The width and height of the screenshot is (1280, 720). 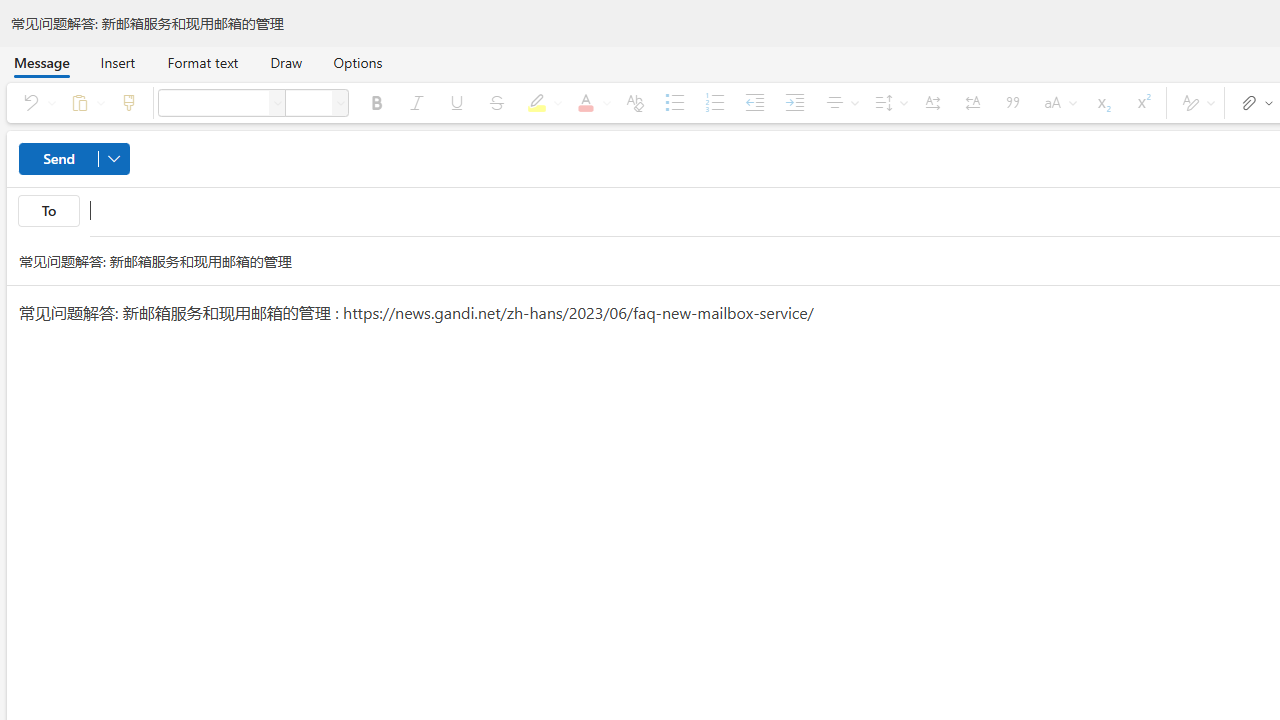 What do you see at coordinates (793, 102) in the screenshot?
I see `'Increase indent'` at bounding box center [793, 102].